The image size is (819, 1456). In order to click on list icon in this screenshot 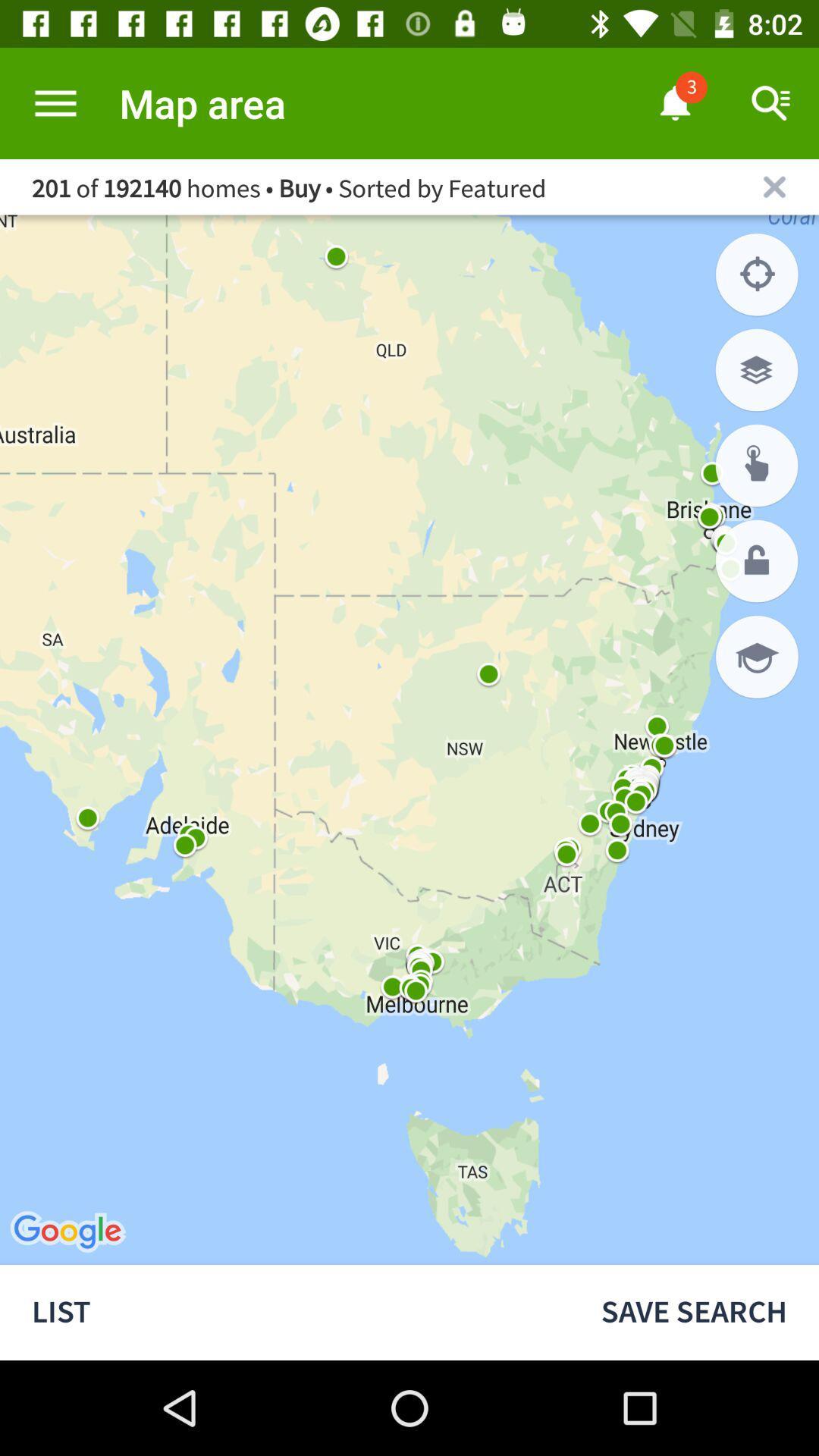, I will do `click(284, 1312)`.